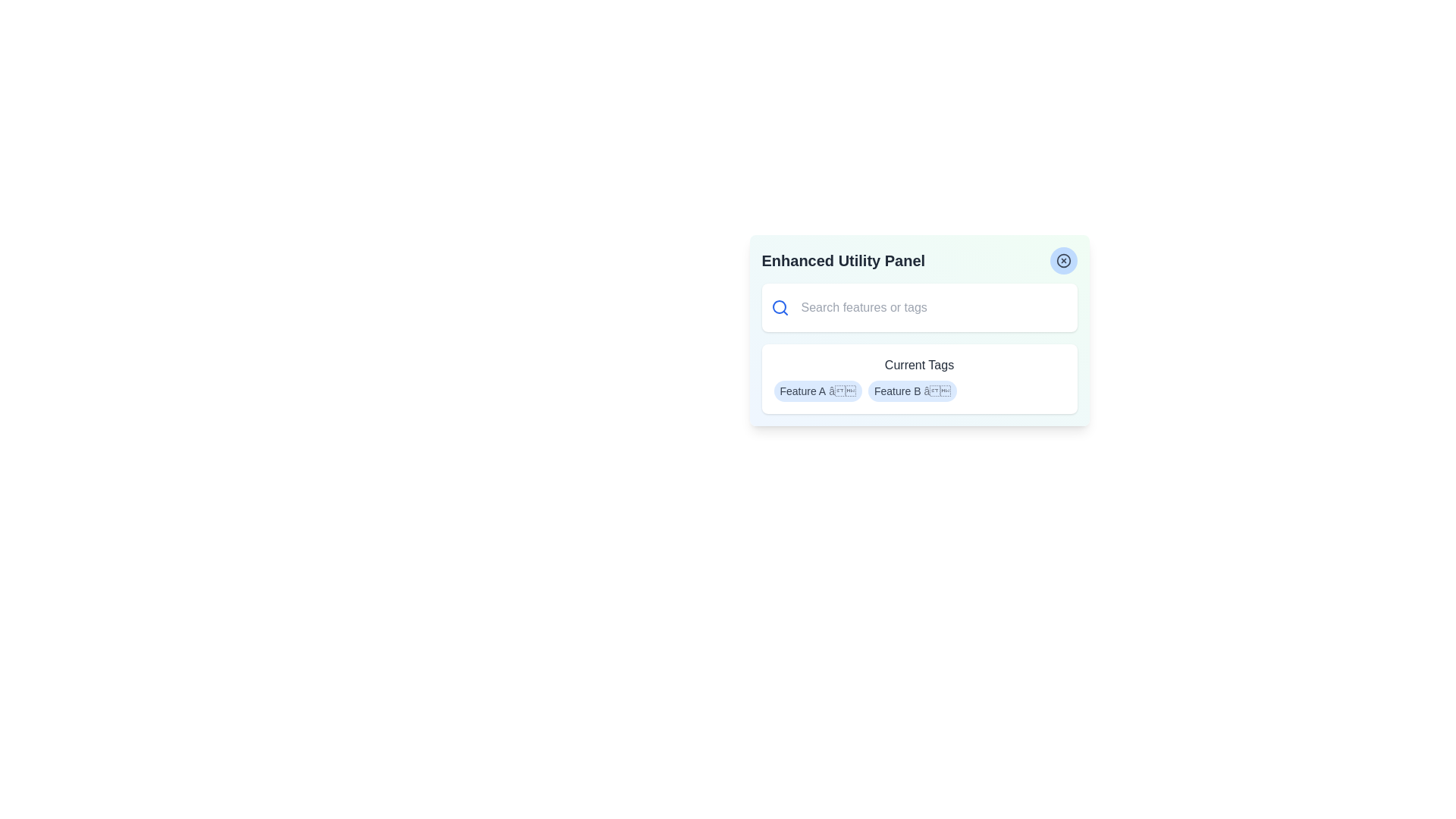 Image resolution: width=1456 pixels, height=819 pixels. What do you see at coordinates (912, 391) in the screenshot?
I see `the interactive cross icon on the second tag in the 'Current Tags' section` at bounding box center [912, 391].